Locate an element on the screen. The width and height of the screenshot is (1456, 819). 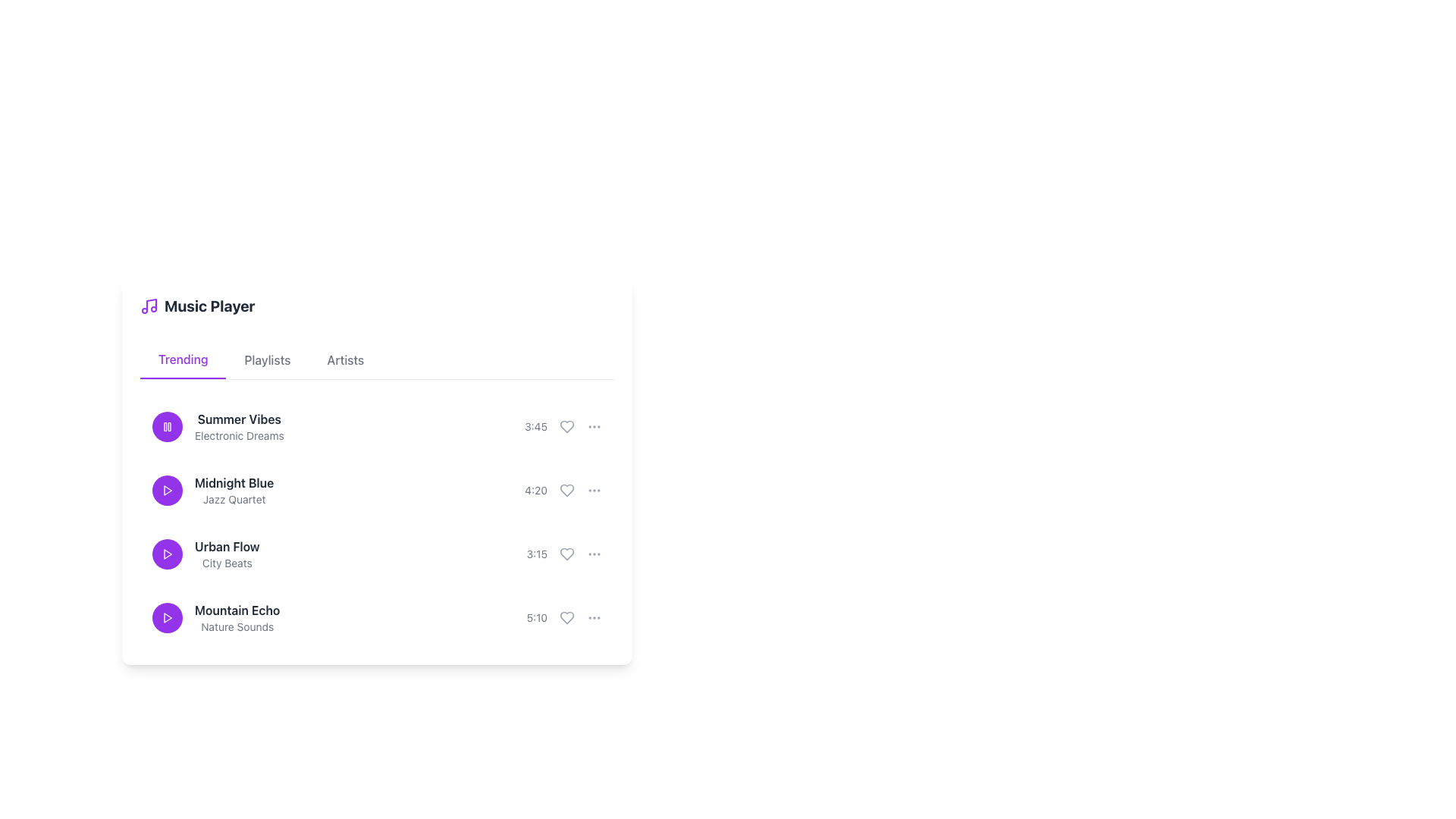
the heart-shaped favorite button located to the right of the duration '3:45' in the music player list to mark the song 'Summer Vibes' as a favorite is located at coordinates (566, 427).